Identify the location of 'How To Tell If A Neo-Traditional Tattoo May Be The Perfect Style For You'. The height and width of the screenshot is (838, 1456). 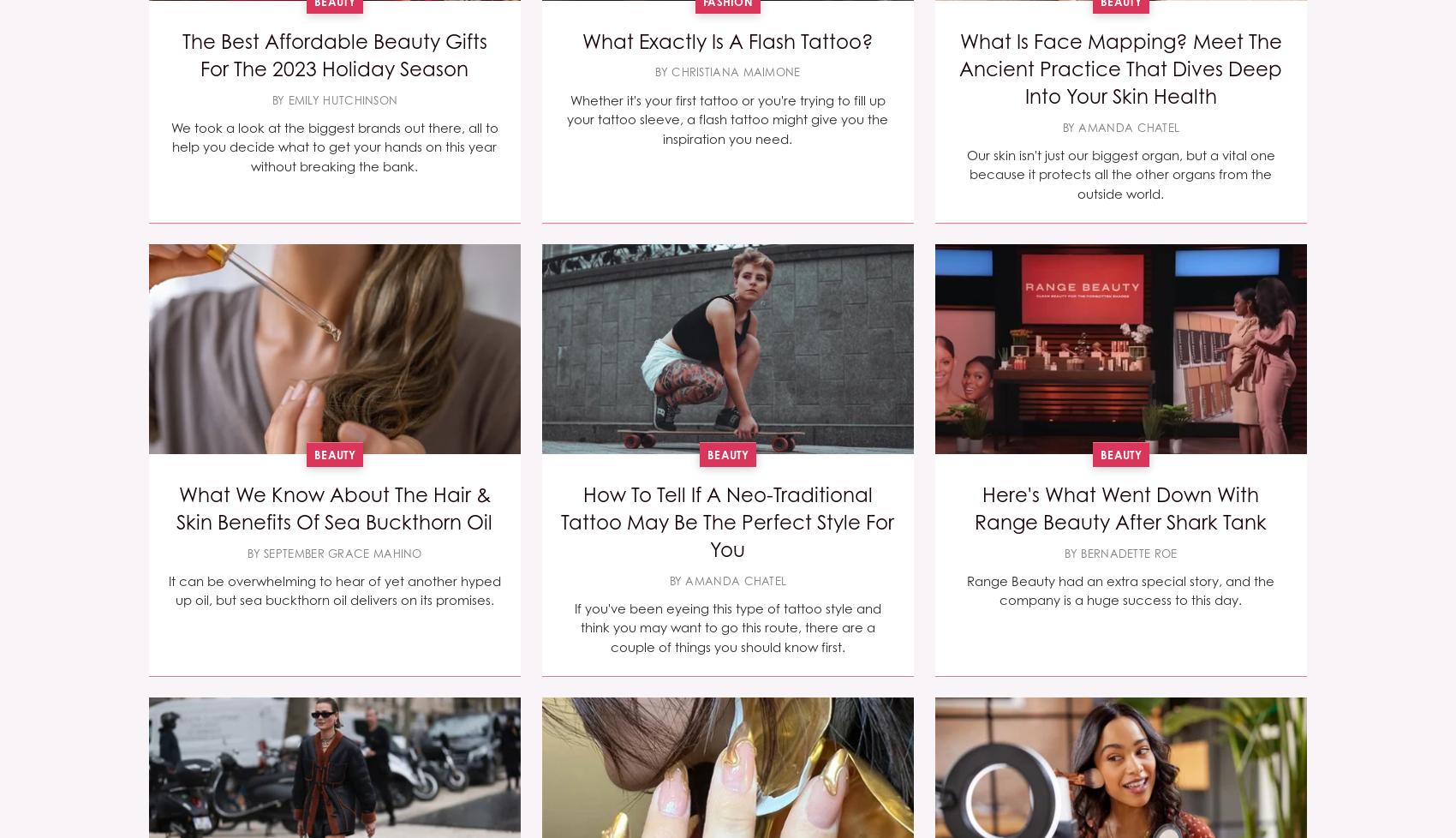
(726, 521).